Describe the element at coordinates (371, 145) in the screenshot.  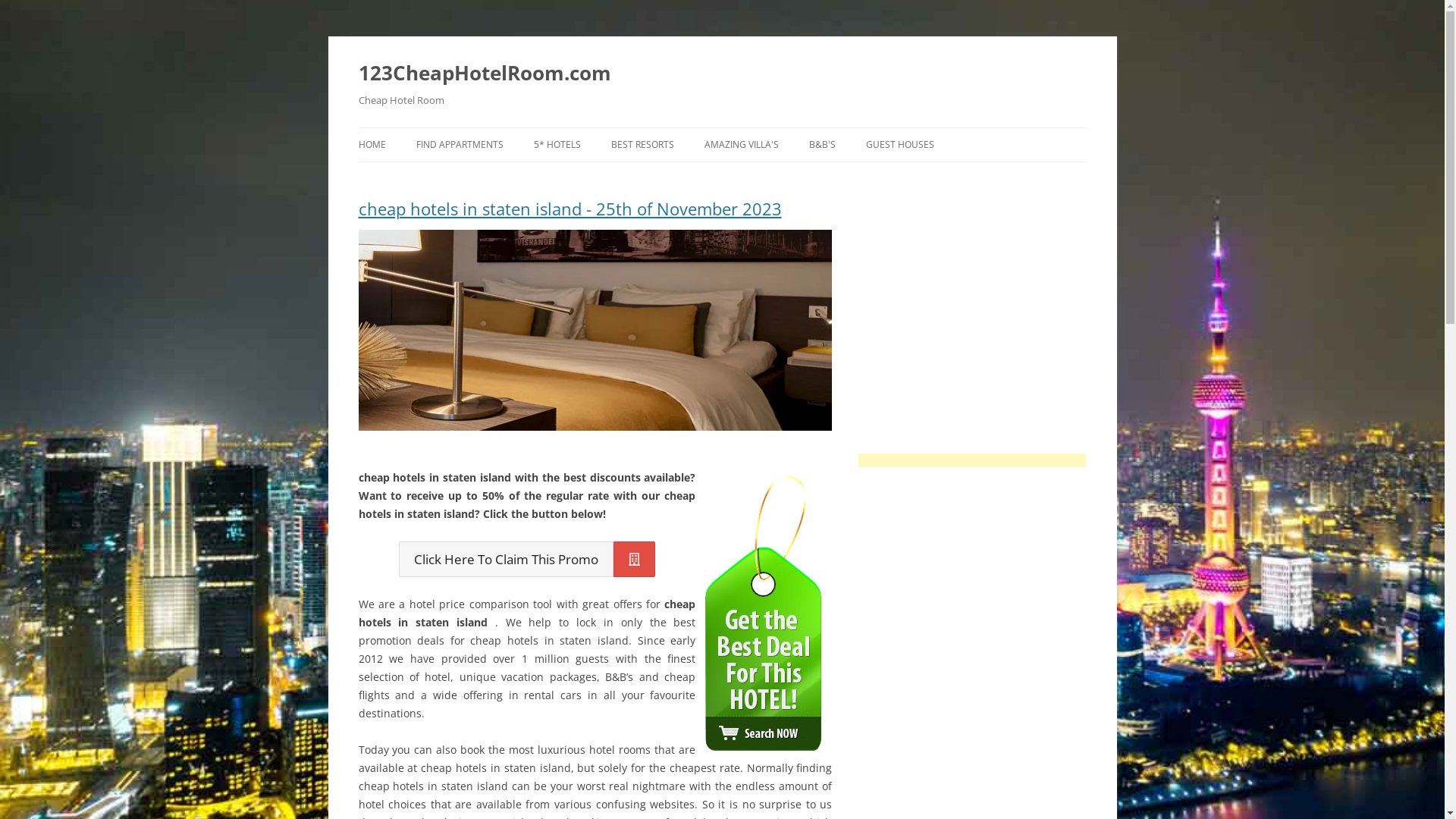
I see `'HOME'` at that location.